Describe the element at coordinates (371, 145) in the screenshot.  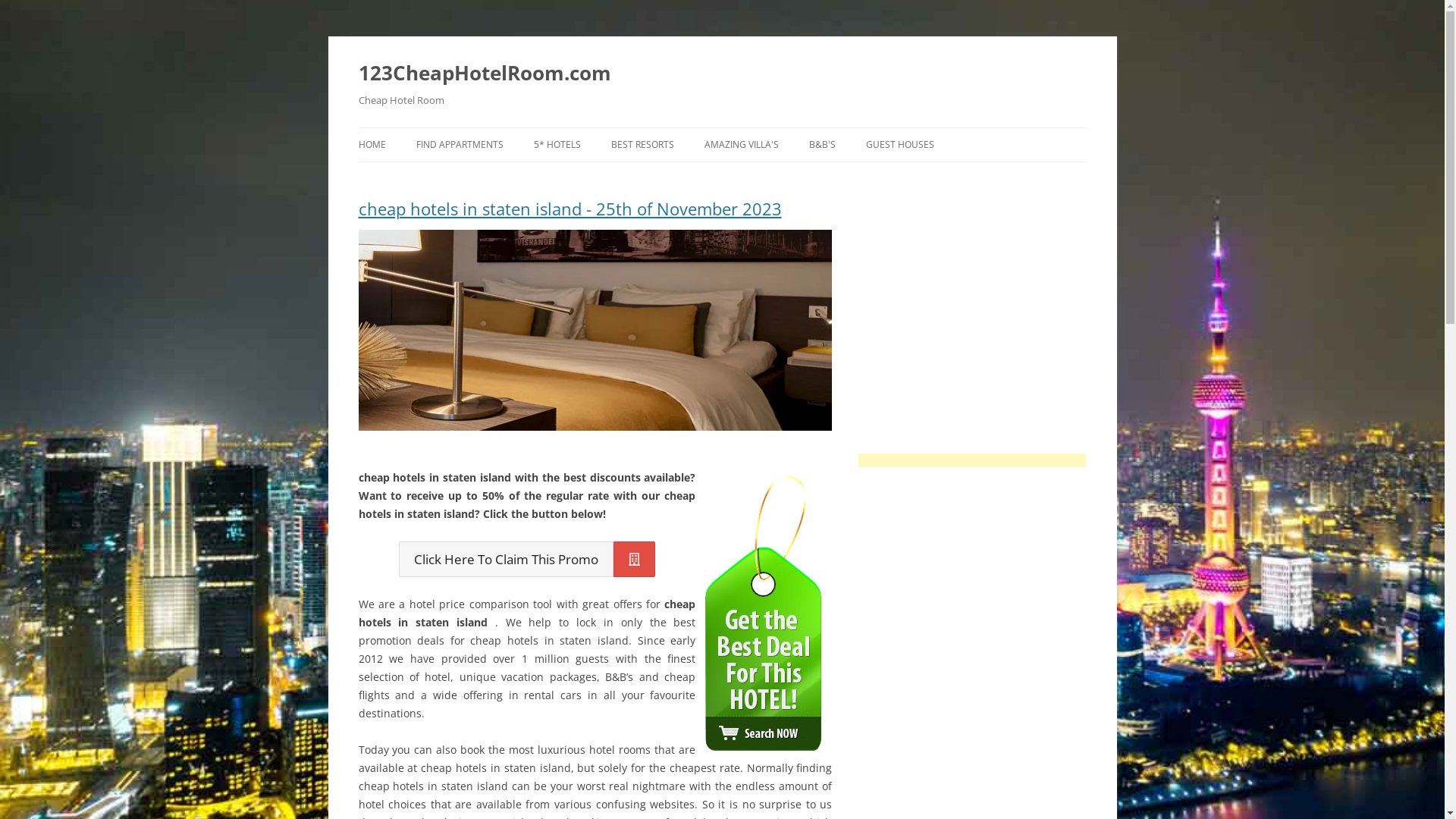
I see `'HOME'` at that location.